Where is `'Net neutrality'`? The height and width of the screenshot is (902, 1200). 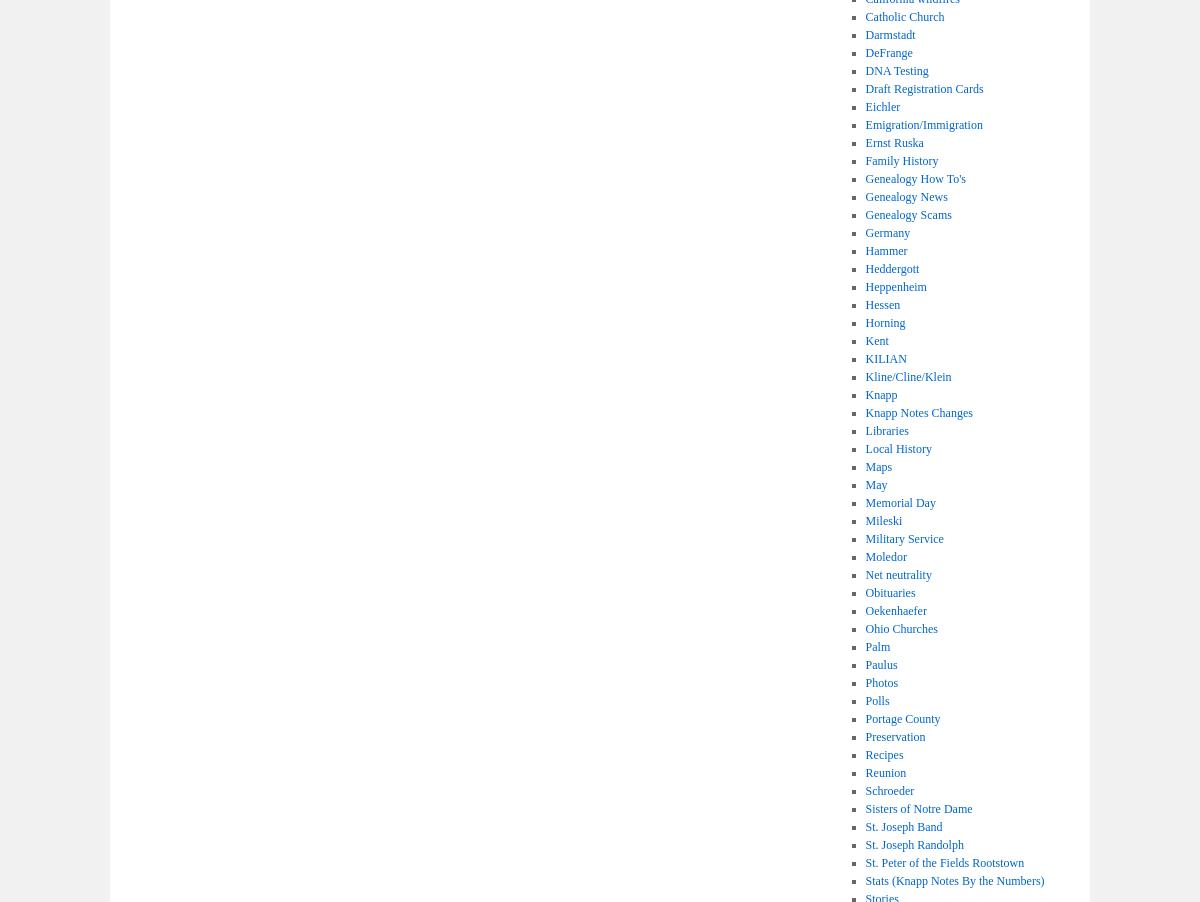
'Net neutrality' is located at coordinates (896, 575).